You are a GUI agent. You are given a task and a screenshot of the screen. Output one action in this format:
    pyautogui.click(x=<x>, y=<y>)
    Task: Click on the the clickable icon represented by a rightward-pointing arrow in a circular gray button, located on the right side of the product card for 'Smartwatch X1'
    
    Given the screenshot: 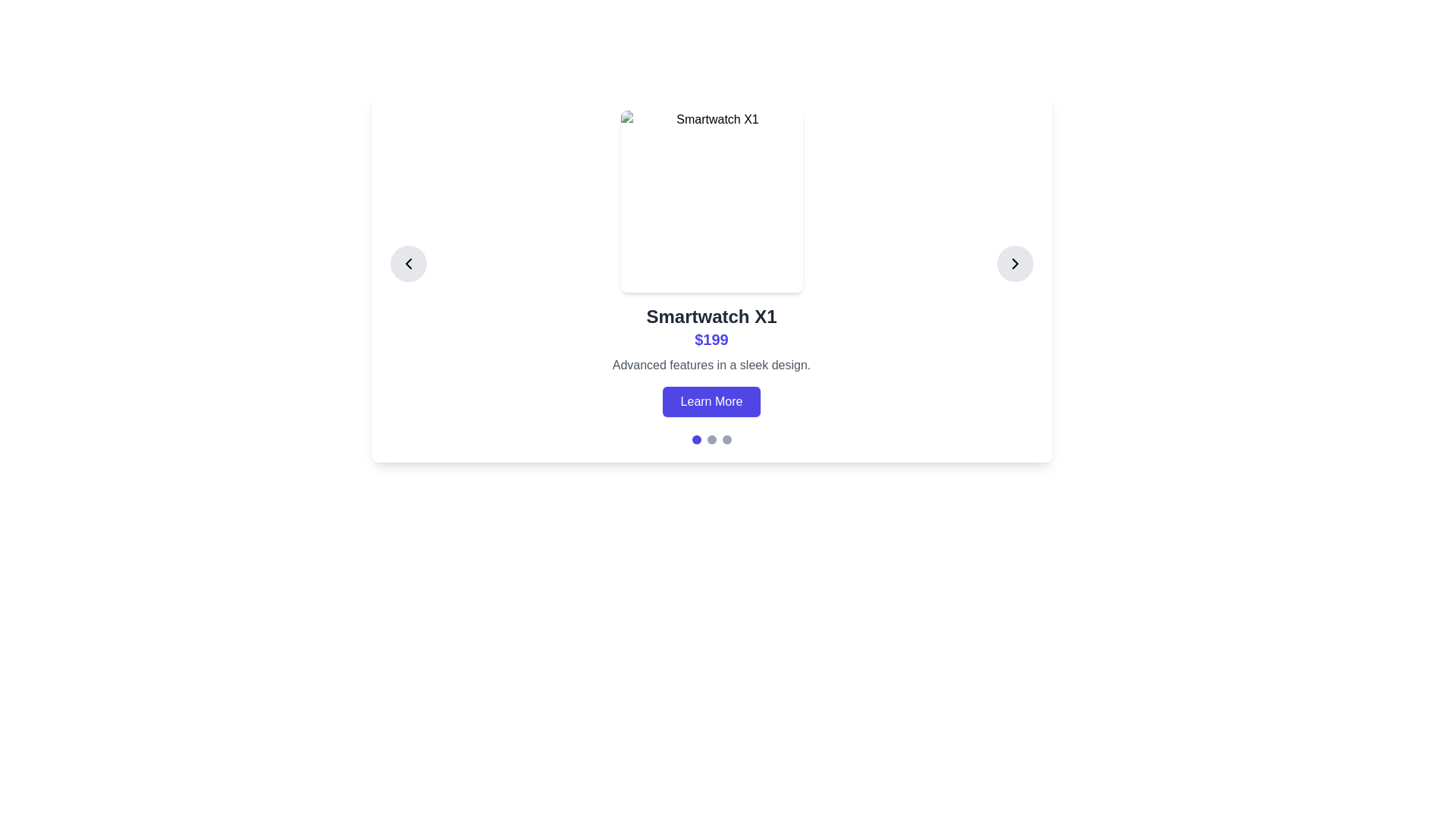 What is the action you would take?
    pyautogui.click(x=1015, y=262)
    